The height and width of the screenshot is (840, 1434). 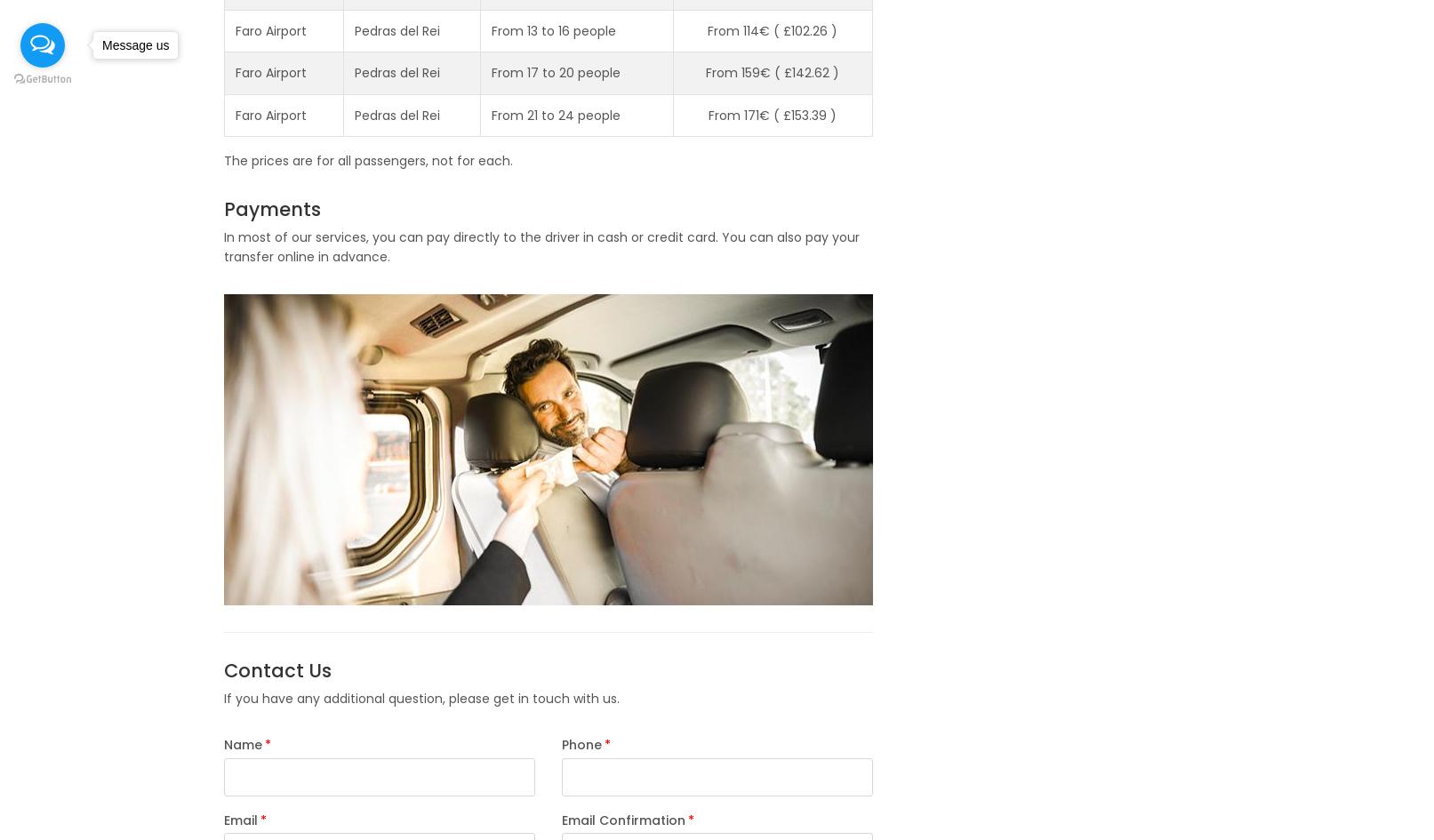 I want to click on 'Contact Us', so click(x=221, y=668).